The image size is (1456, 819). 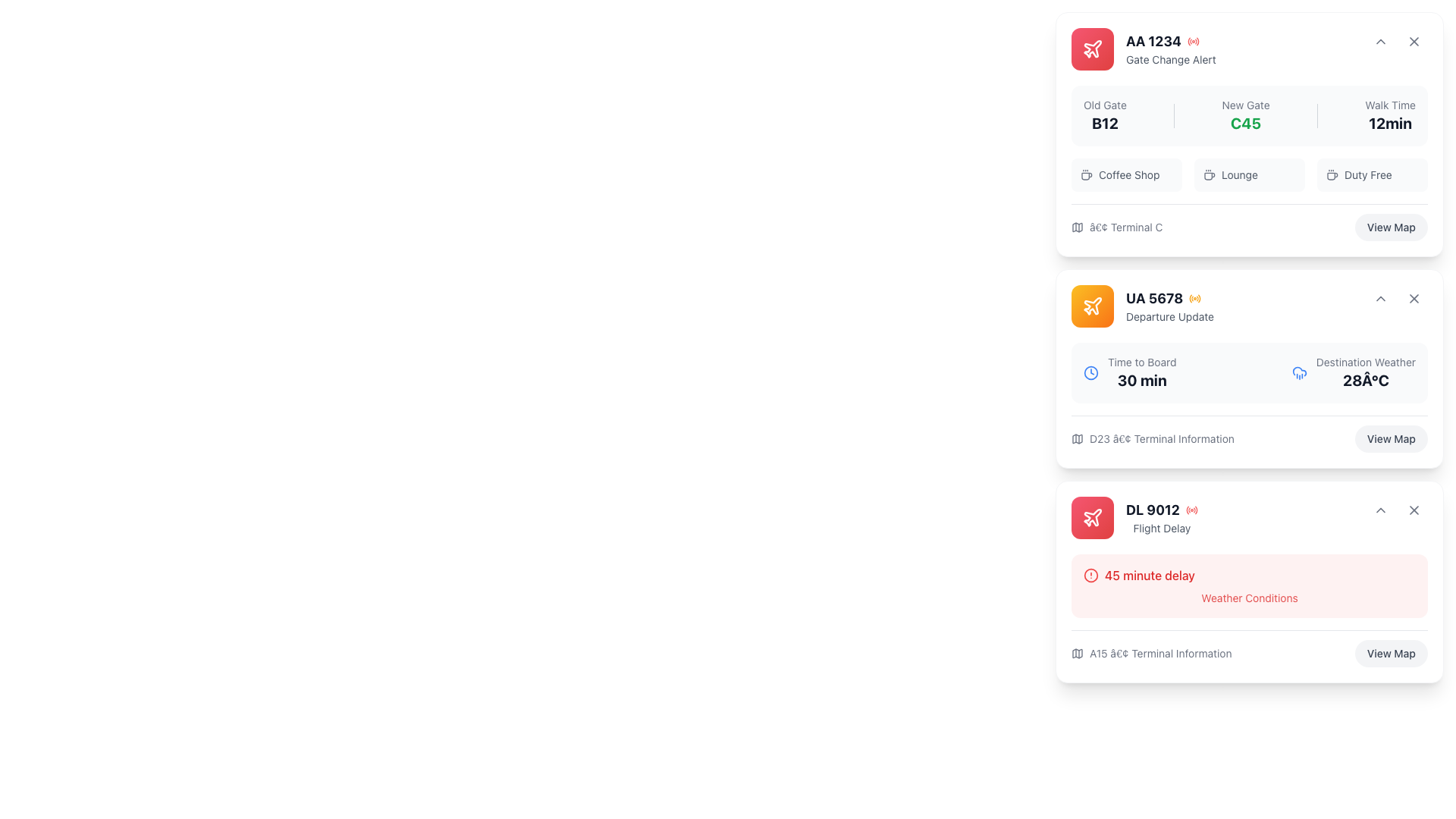 I want to click on text displayed in the flight departure update block, which includes the flight number and update description, located centrally within the second card from the top in the right column of the interface, so click(x=1169, y=306).